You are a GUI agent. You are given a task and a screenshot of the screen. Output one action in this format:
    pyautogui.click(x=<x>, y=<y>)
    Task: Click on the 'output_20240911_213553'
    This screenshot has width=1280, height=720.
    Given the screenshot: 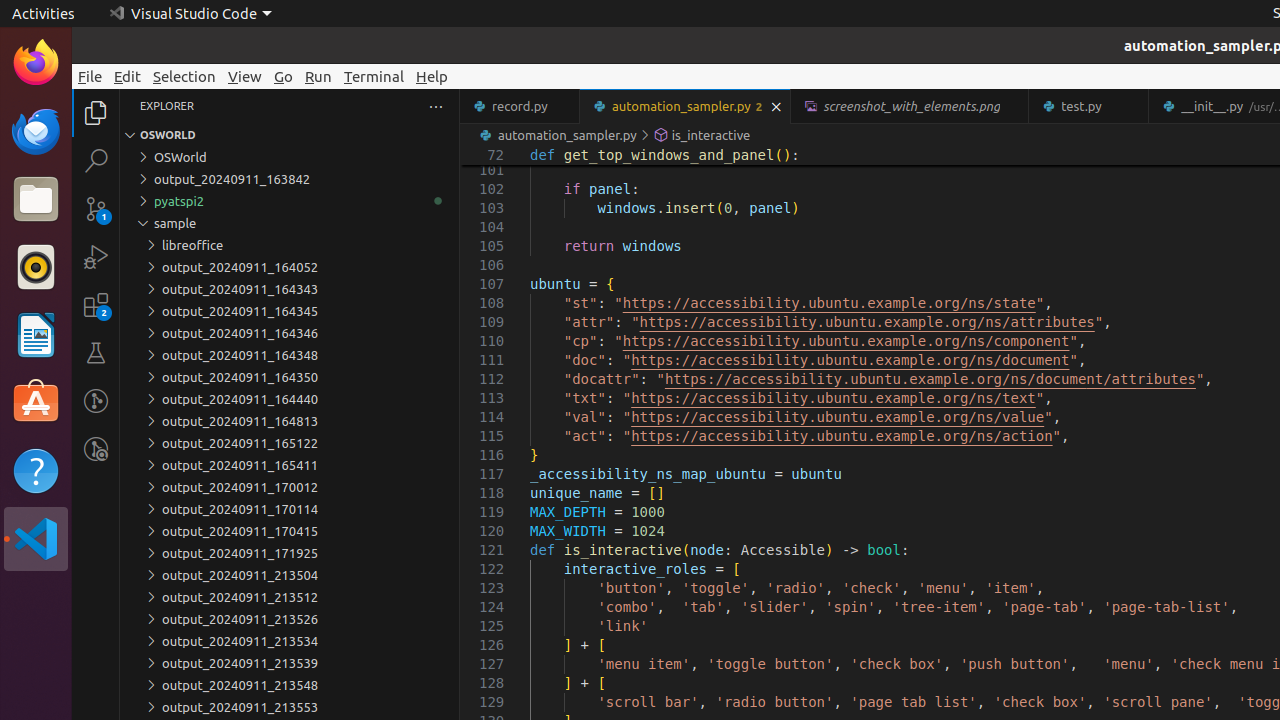 What is the action you would take?
    pyautogui.click(x=288, y=705)
    